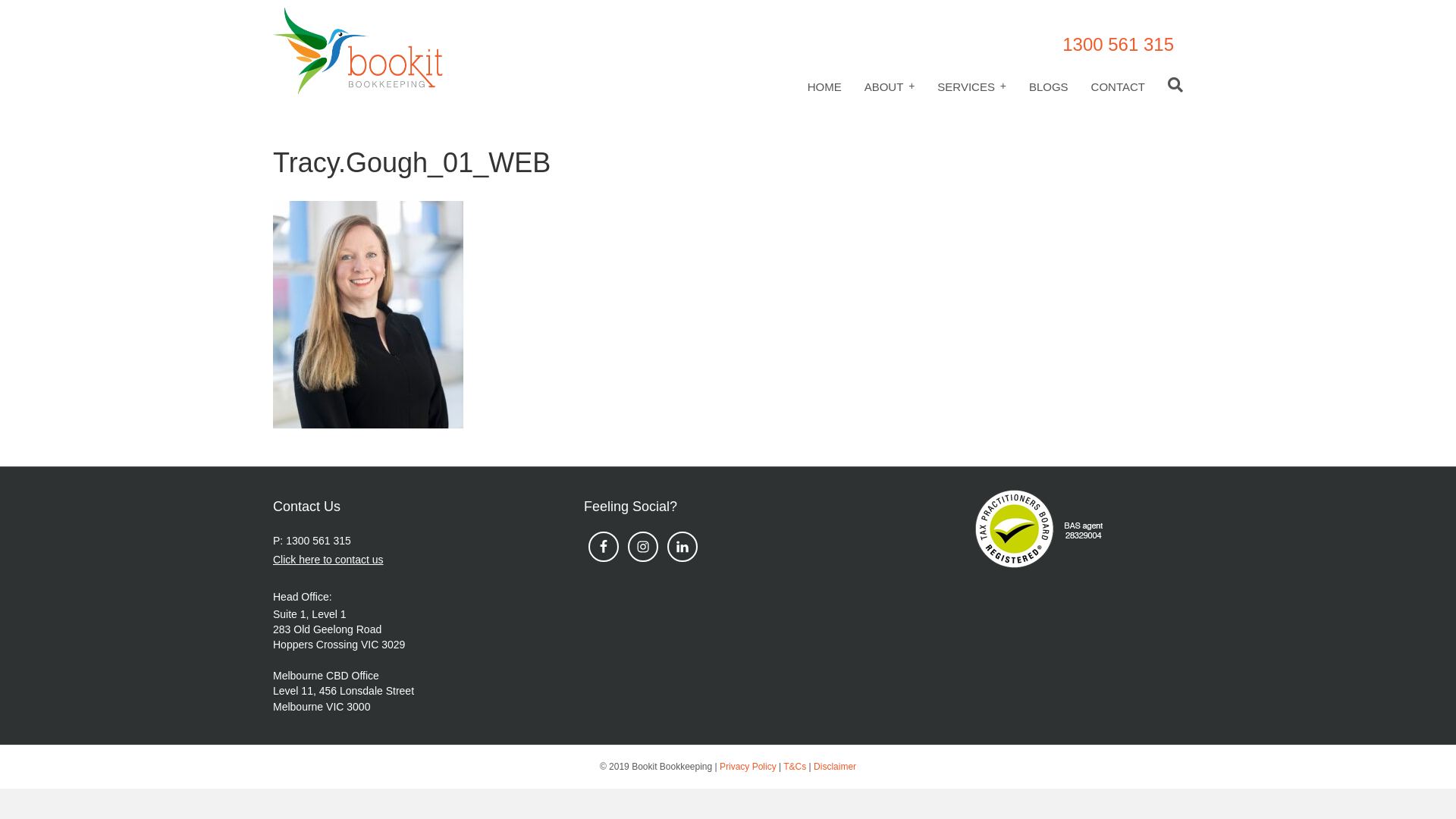 Image resolution: width=1456 pixels, height=819 pixels. I want to click on 'BLOGS', so click(1047, 86).